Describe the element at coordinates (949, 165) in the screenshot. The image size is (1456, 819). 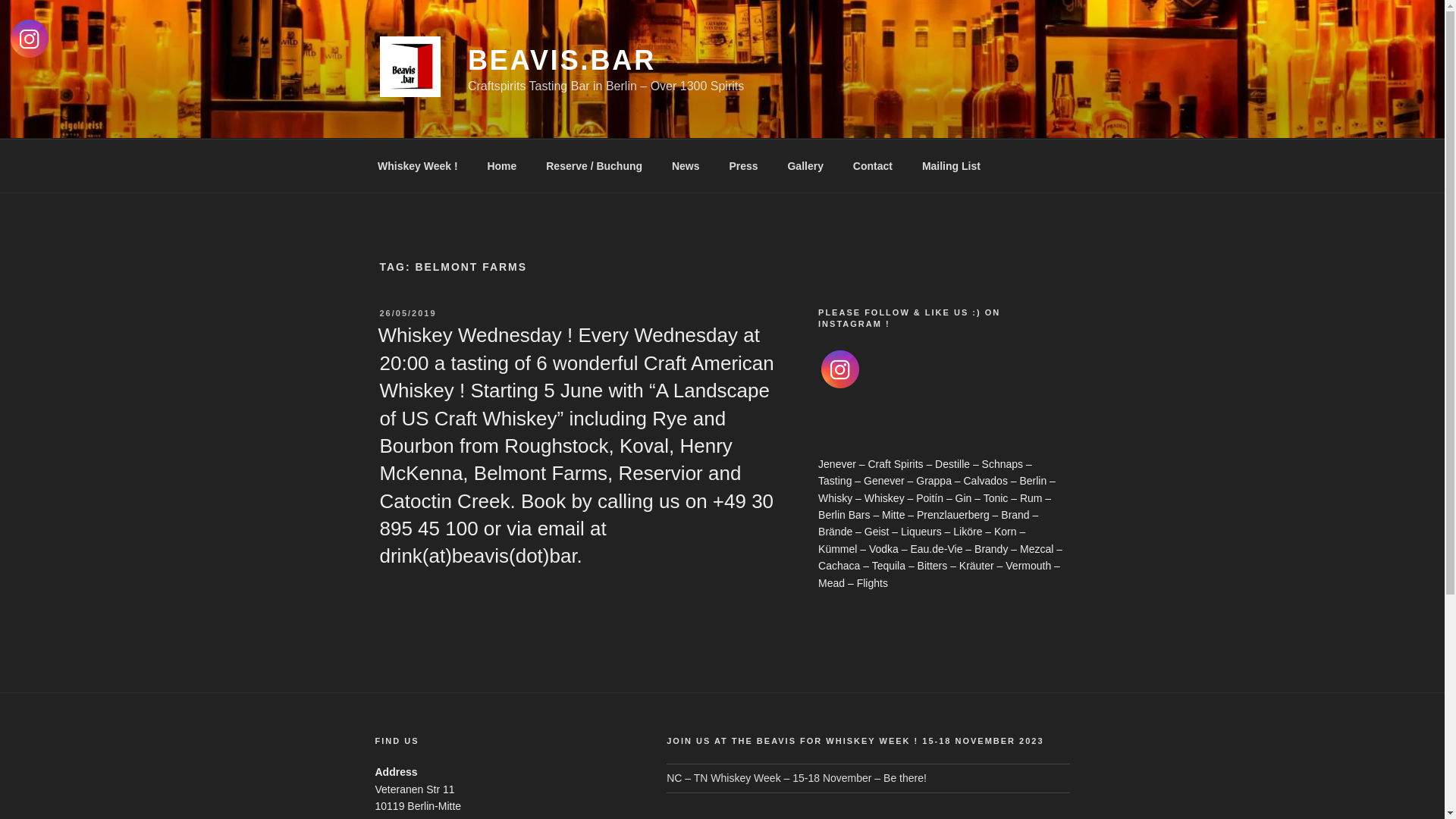
I see `'Mailing List'` at that location.